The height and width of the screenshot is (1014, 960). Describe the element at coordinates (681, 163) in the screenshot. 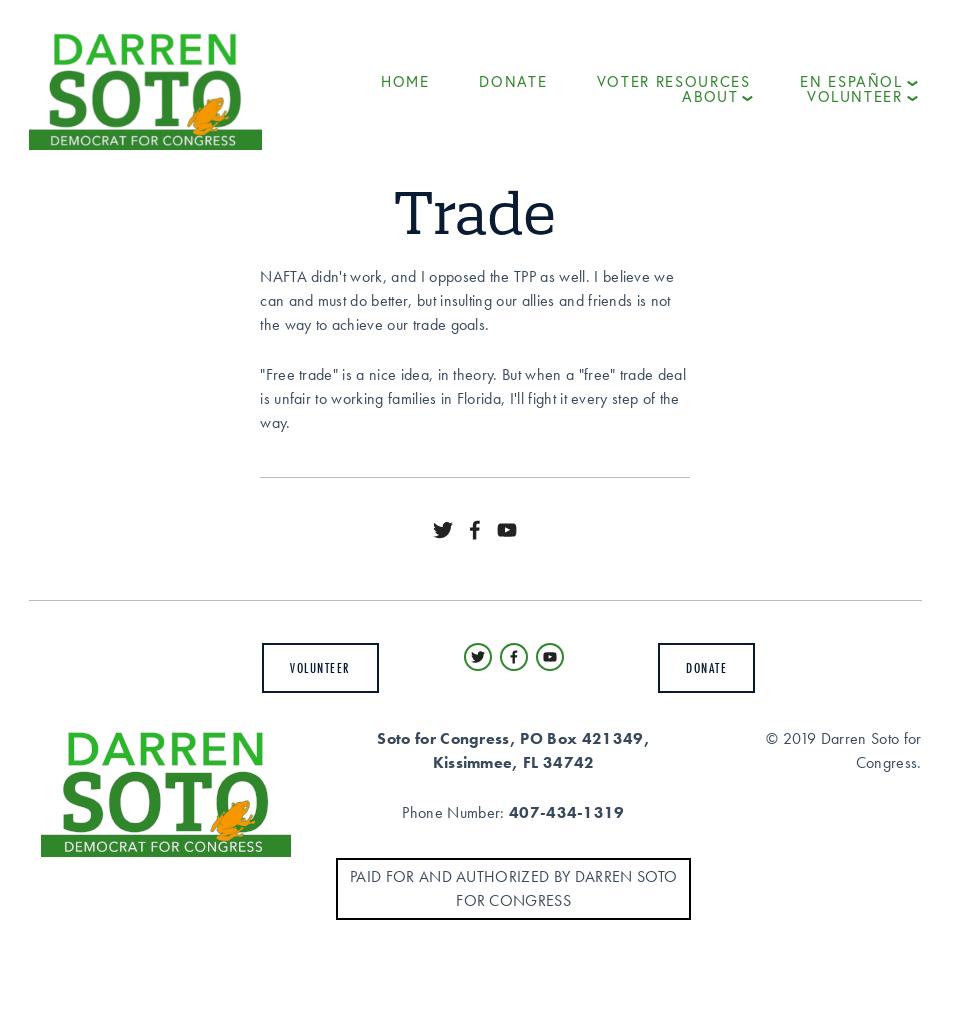

I see `'Issues'` at that location.